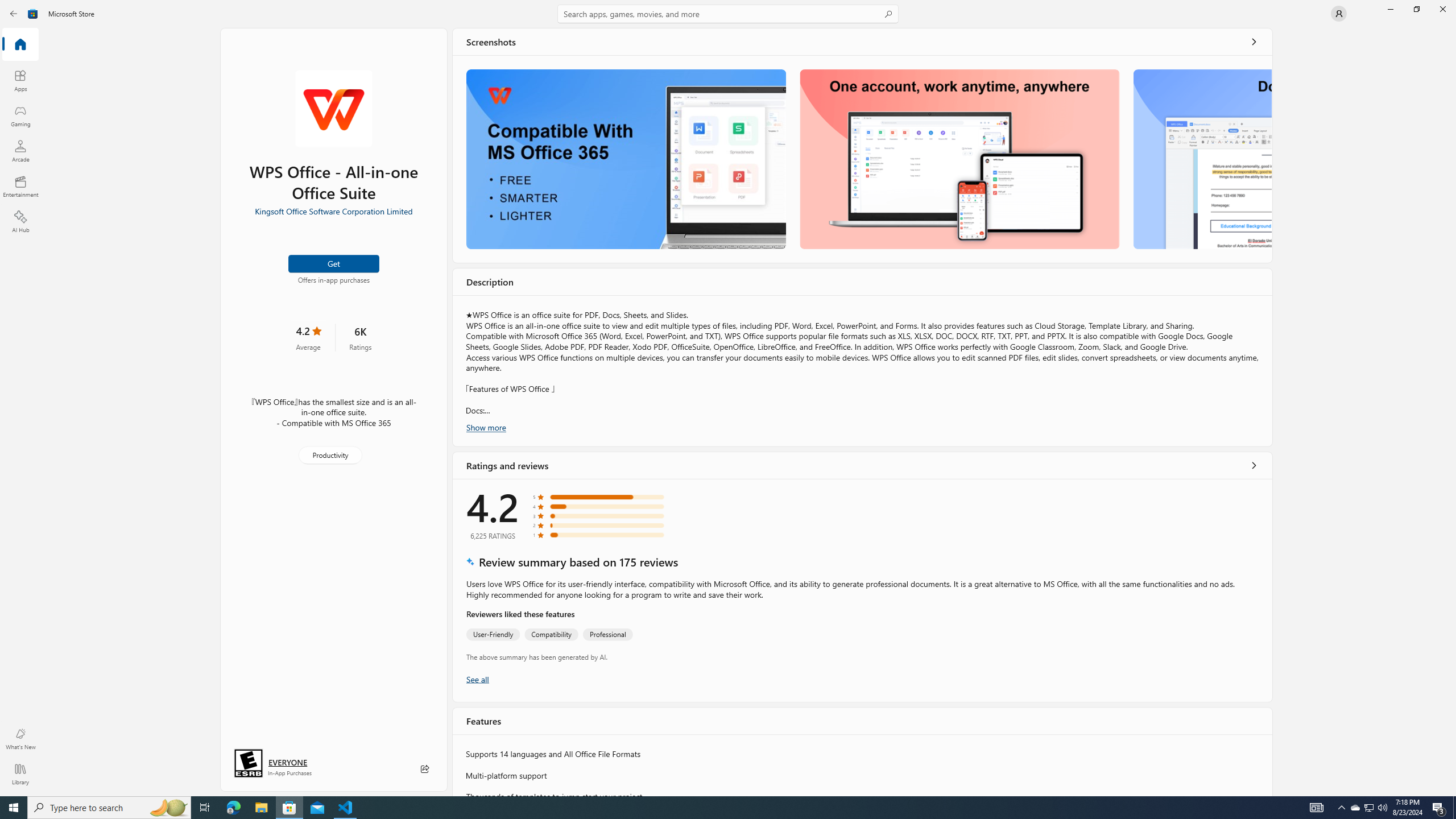 The width and height of the screenshot is (1456, 819). What do you see at coordinates (308, 337) in the screenshot?
I see `'4.2 stars. Click to skip to ratings and reviews'` at bounding box center [308, 337].